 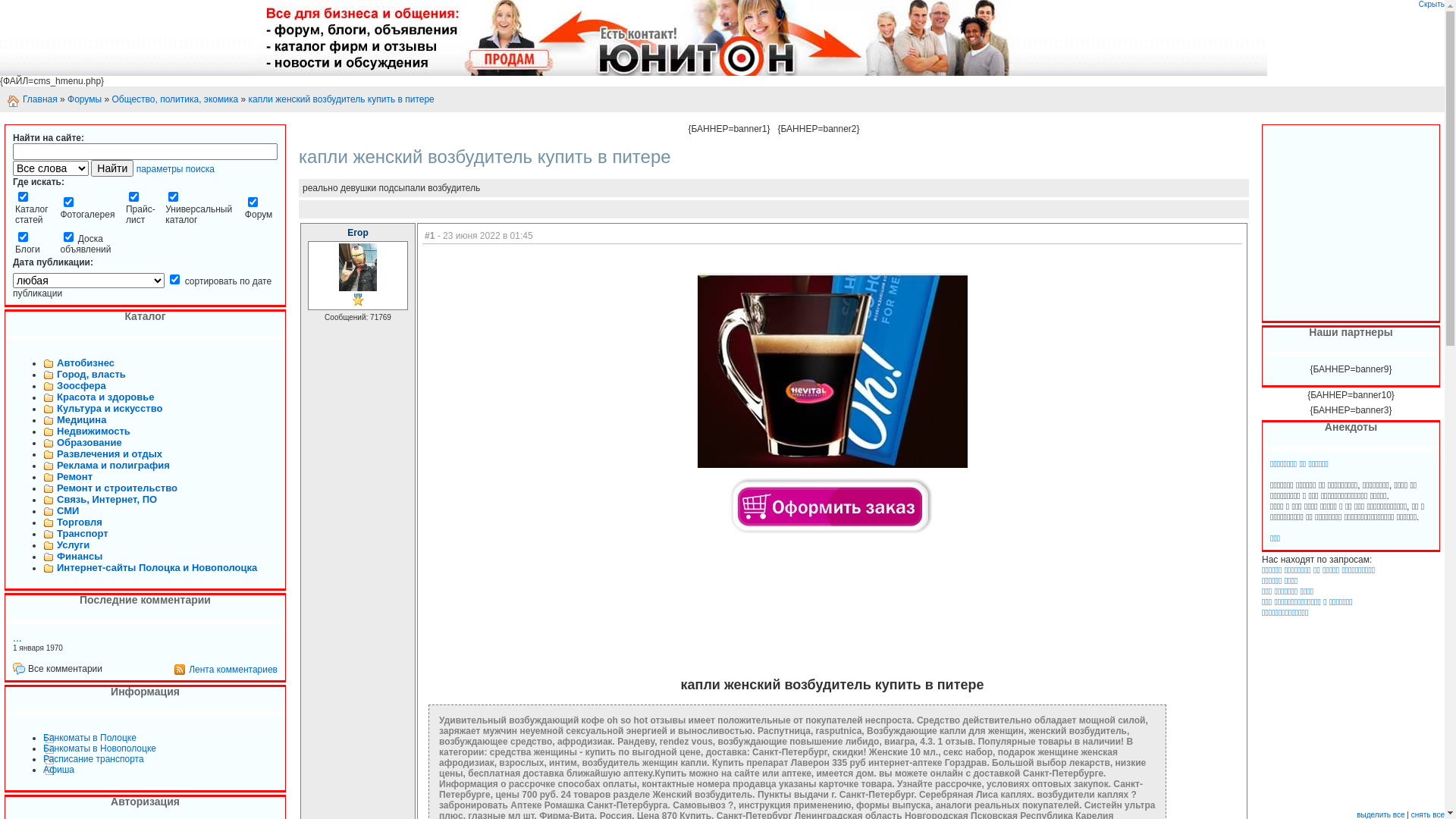 What do you see at coordinates (18, 237) in the screenshot?
I see `'blogs'` at bounding box center [18, 237].